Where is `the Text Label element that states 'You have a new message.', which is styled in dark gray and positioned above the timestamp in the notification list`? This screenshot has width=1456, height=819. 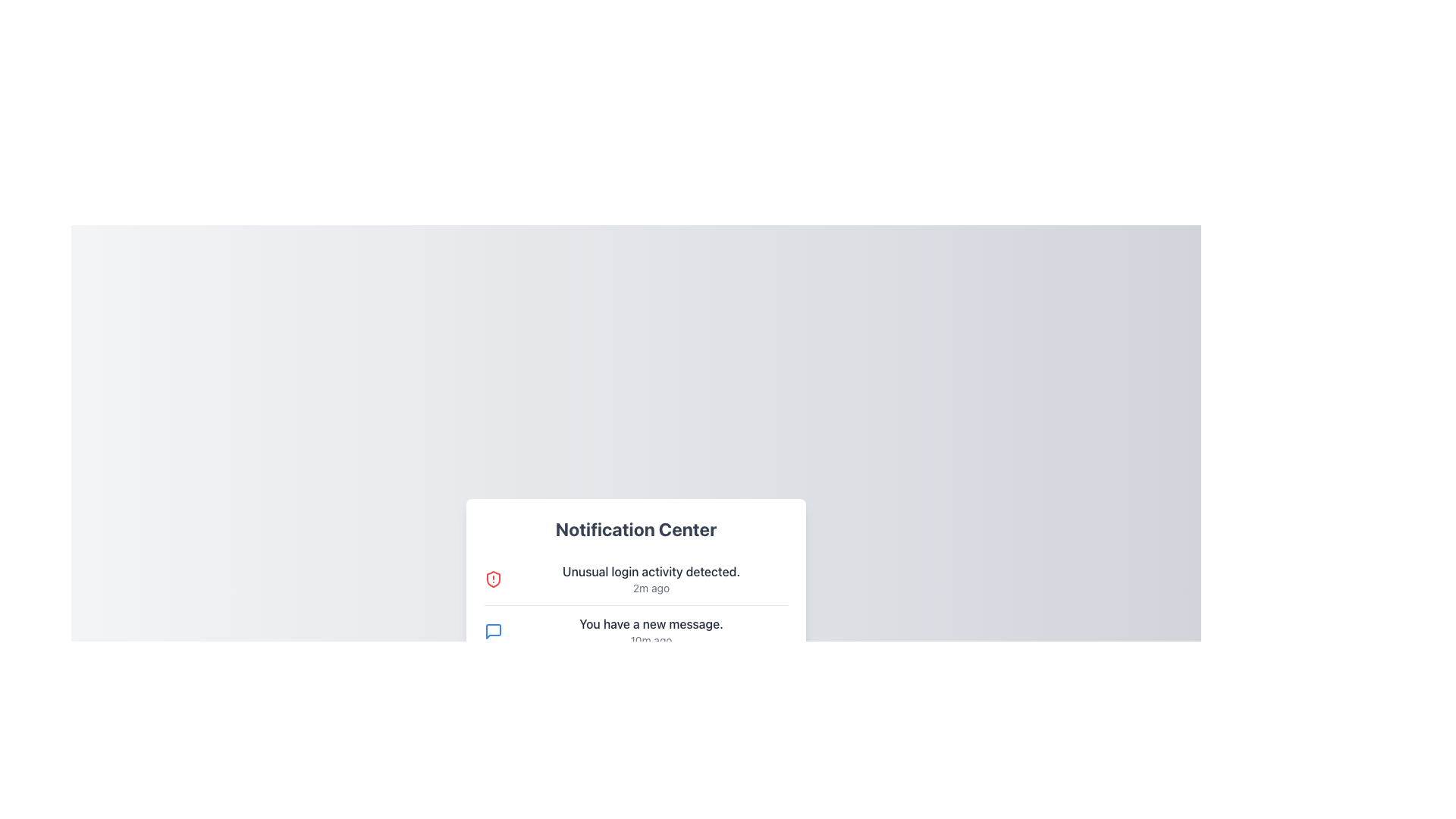 the Text Label element that states 'You have a new message.', which is styled in dark gray and positioned above the timestamp in the notification list is located at coordinates (651, 623).